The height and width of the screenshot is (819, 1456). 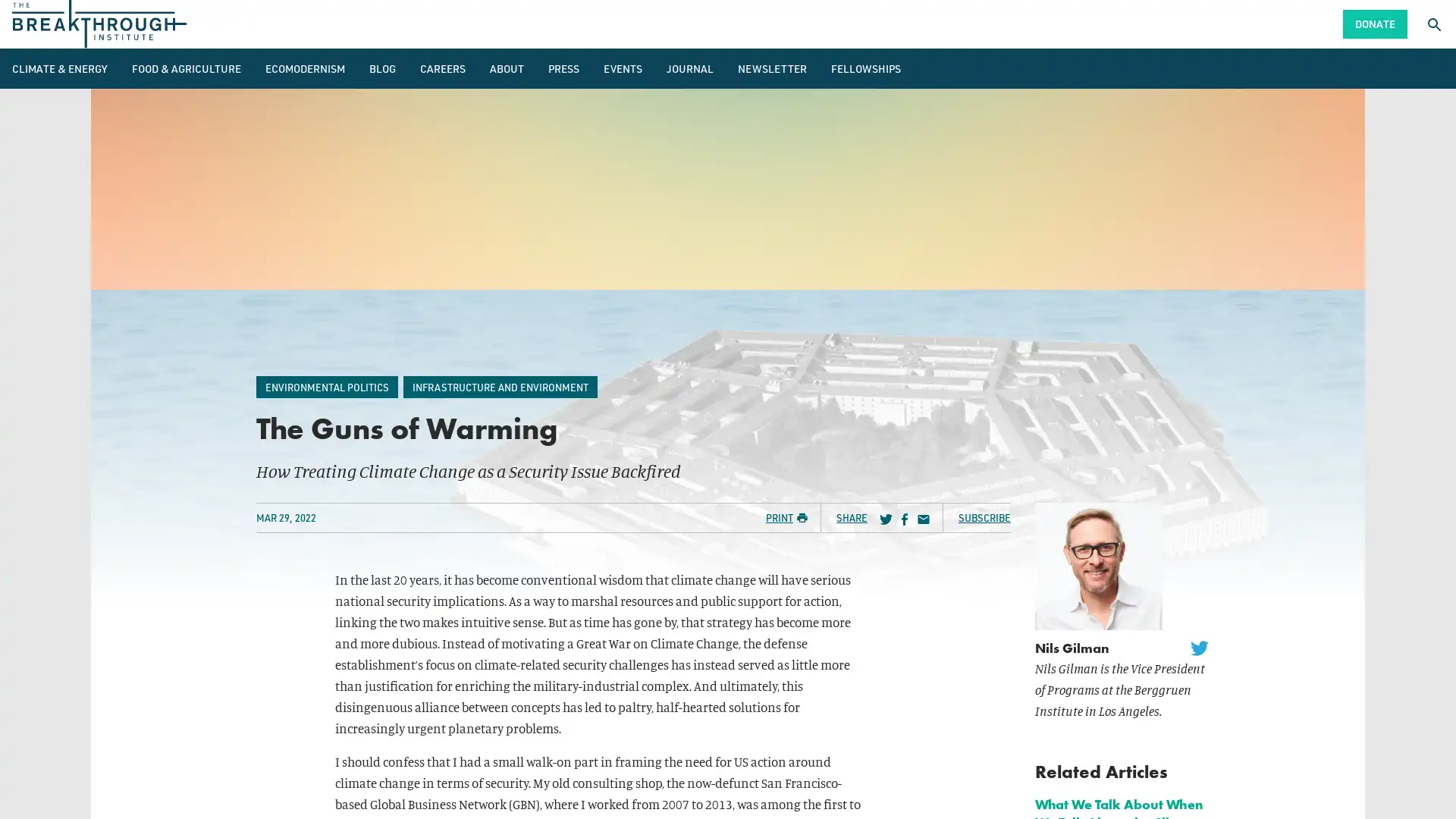 What do you see at coordinates (787, 516) in the screenshot?
I see `PRINT` at bounding box center [787, 516].